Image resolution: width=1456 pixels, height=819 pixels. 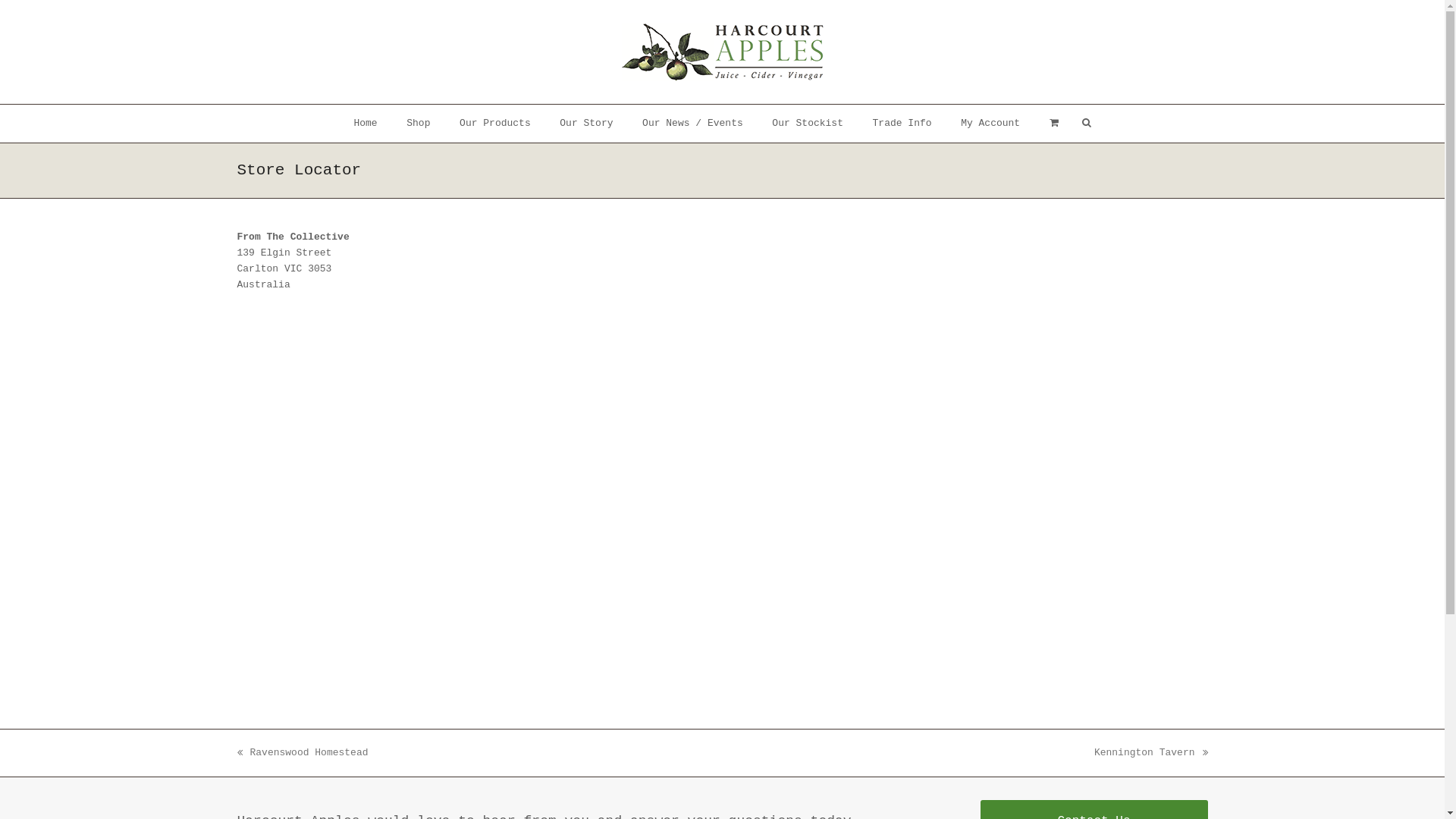 What do you see at coordinates (1150, 752) in the screenshot?
I see `'next post:` at bounding box center [1150, 752].